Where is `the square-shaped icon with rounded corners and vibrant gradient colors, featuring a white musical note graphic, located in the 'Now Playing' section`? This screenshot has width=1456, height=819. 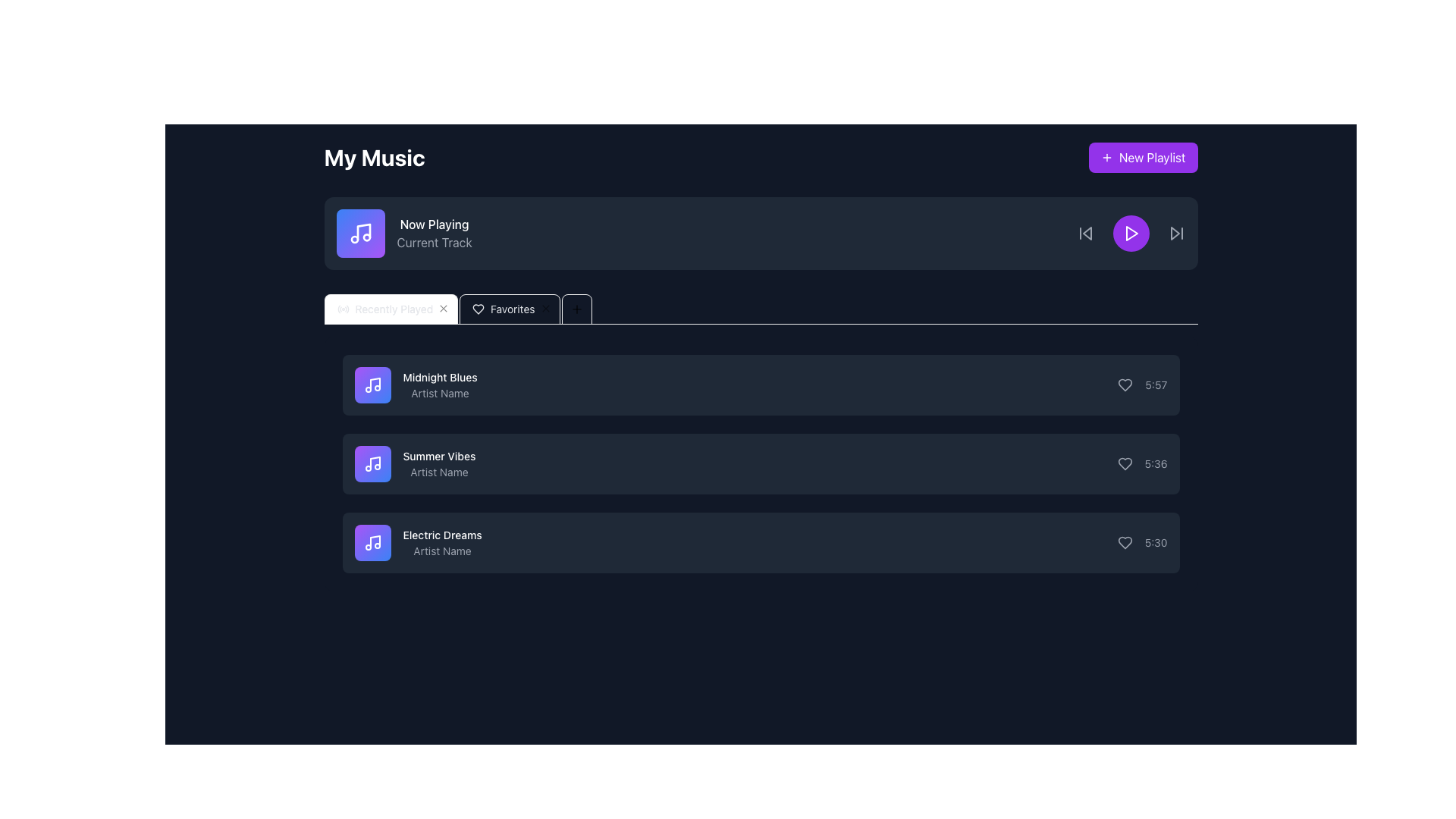 the square-shaped icon with rounded corners and vibrant gradient colors, featuring a white musical note graphic, located in the 'Now Playing' section is located at coordinates (359, 234).